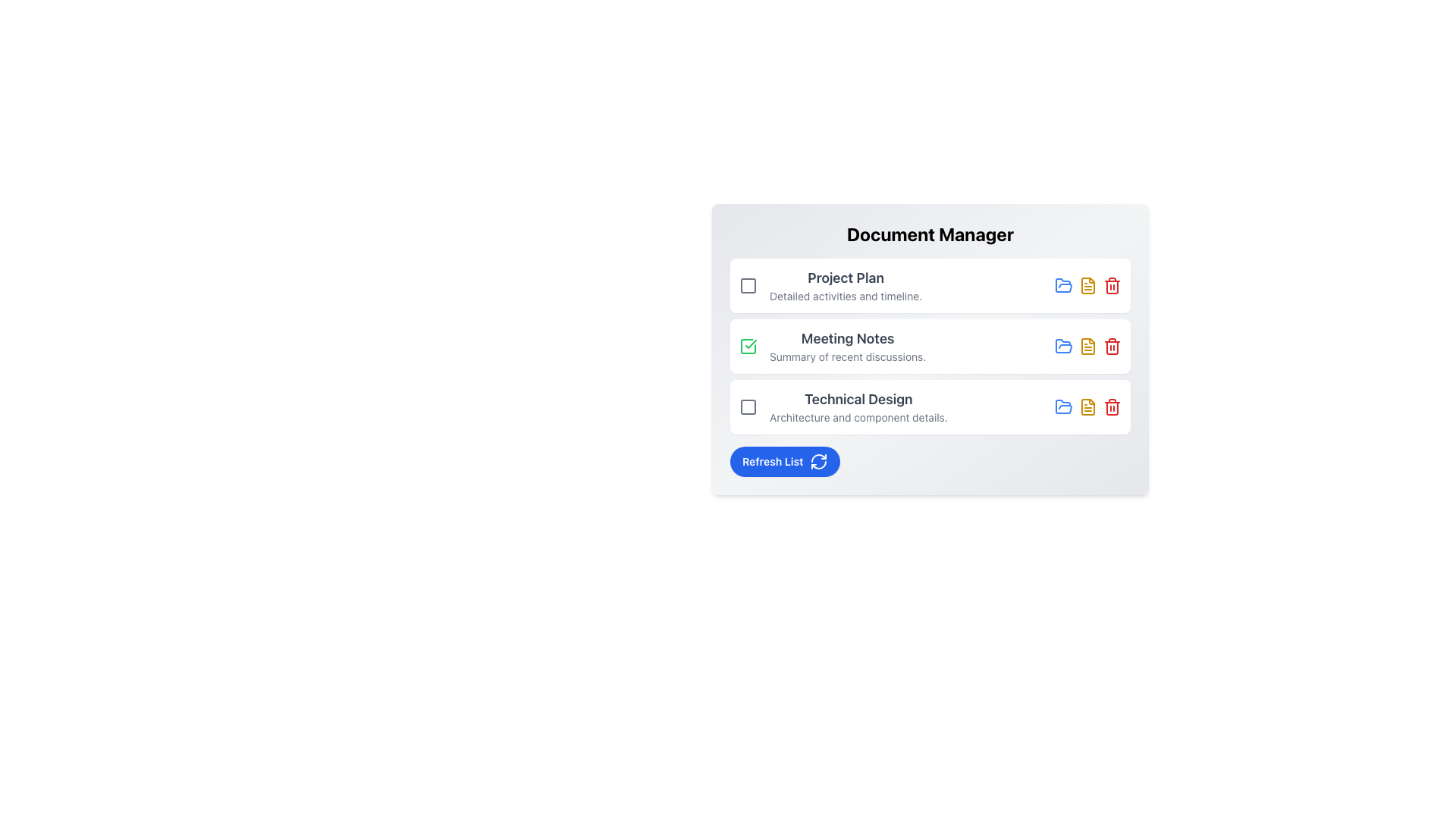 This screenshot has width=1456, height=819. What do you see at coordinates (1087, 406) in the screenshot?
I see `the yellow document icon, which is the second icon in a row of three on the far right of the third item in the vertical list layout` at bounding box center [1087, 406].